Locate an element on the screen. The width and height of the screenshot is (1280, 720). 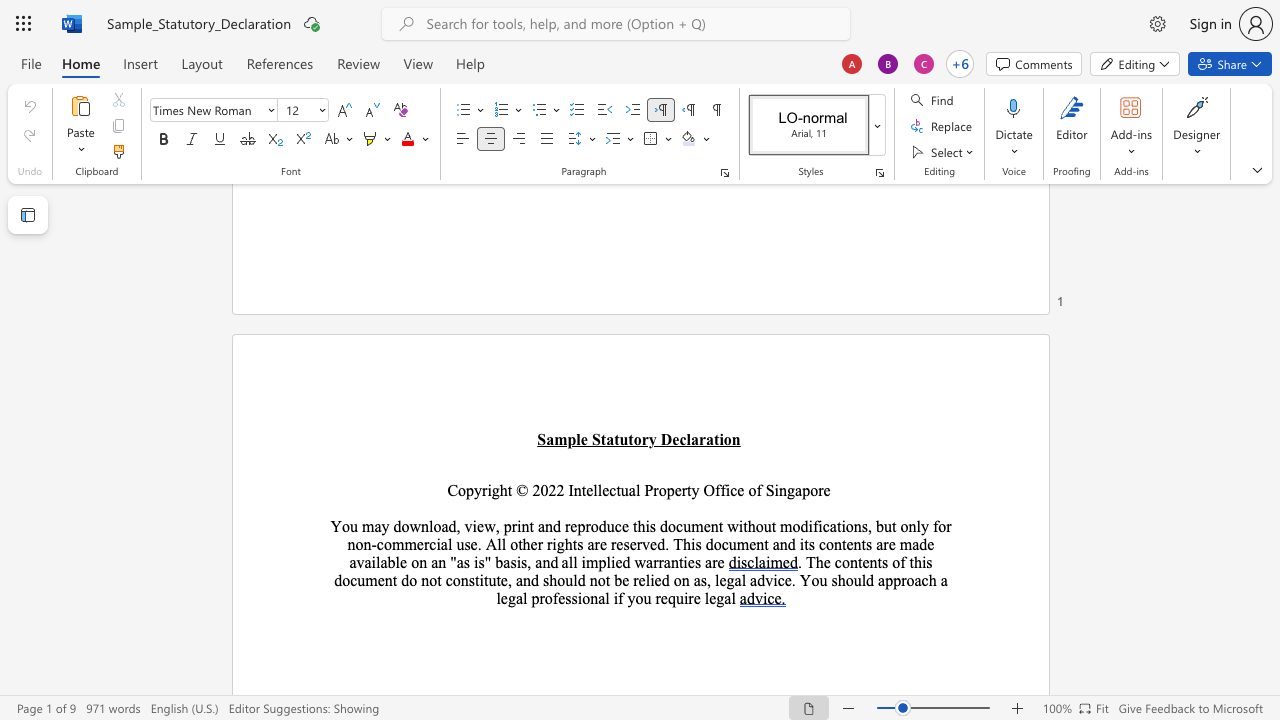
the space between the continuous character "u" and "c" in the text is located at coordinates (613, 525).